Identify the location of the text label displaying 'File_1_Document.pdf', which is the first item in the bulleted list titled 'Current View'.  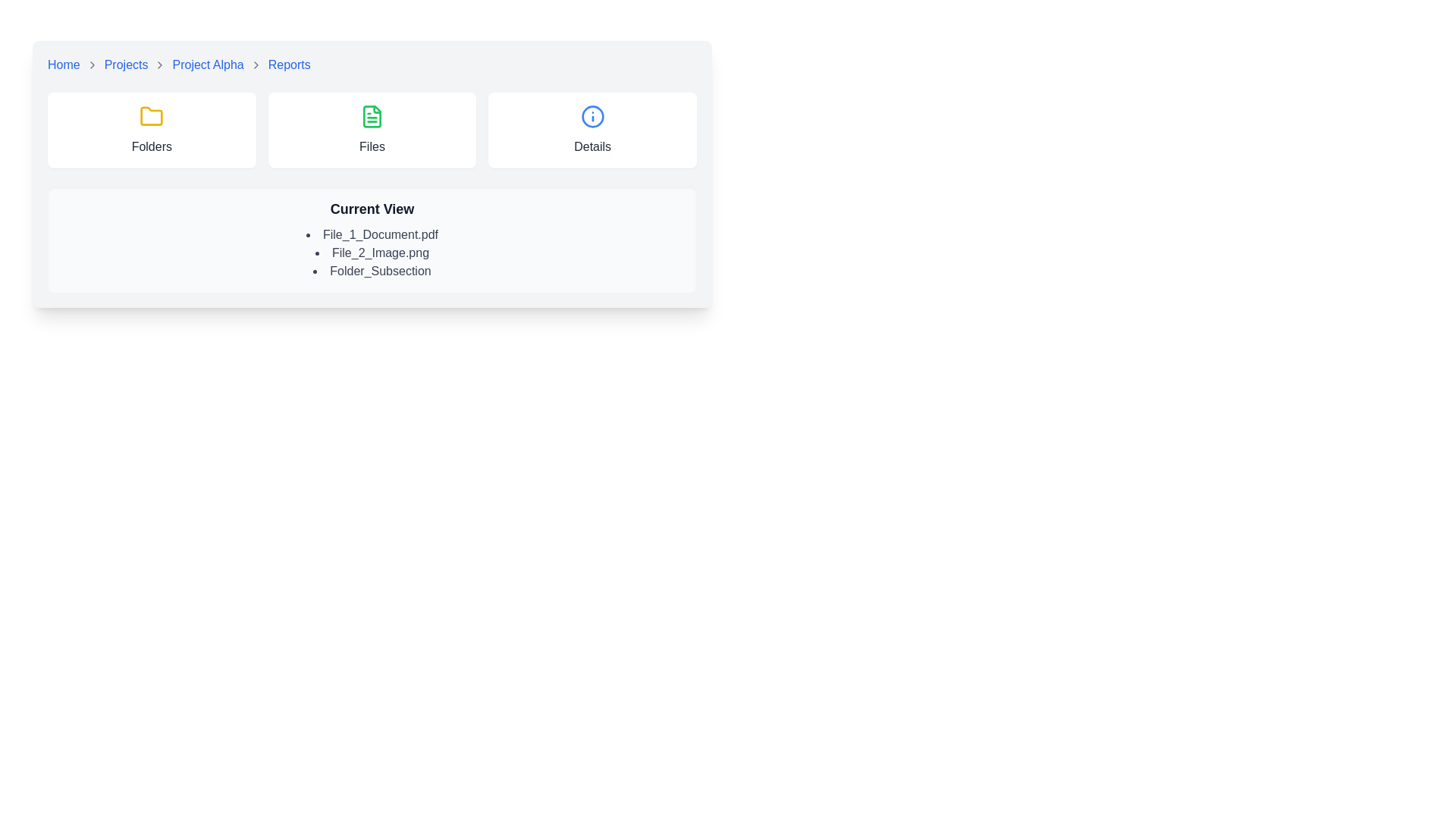
(372, 234).